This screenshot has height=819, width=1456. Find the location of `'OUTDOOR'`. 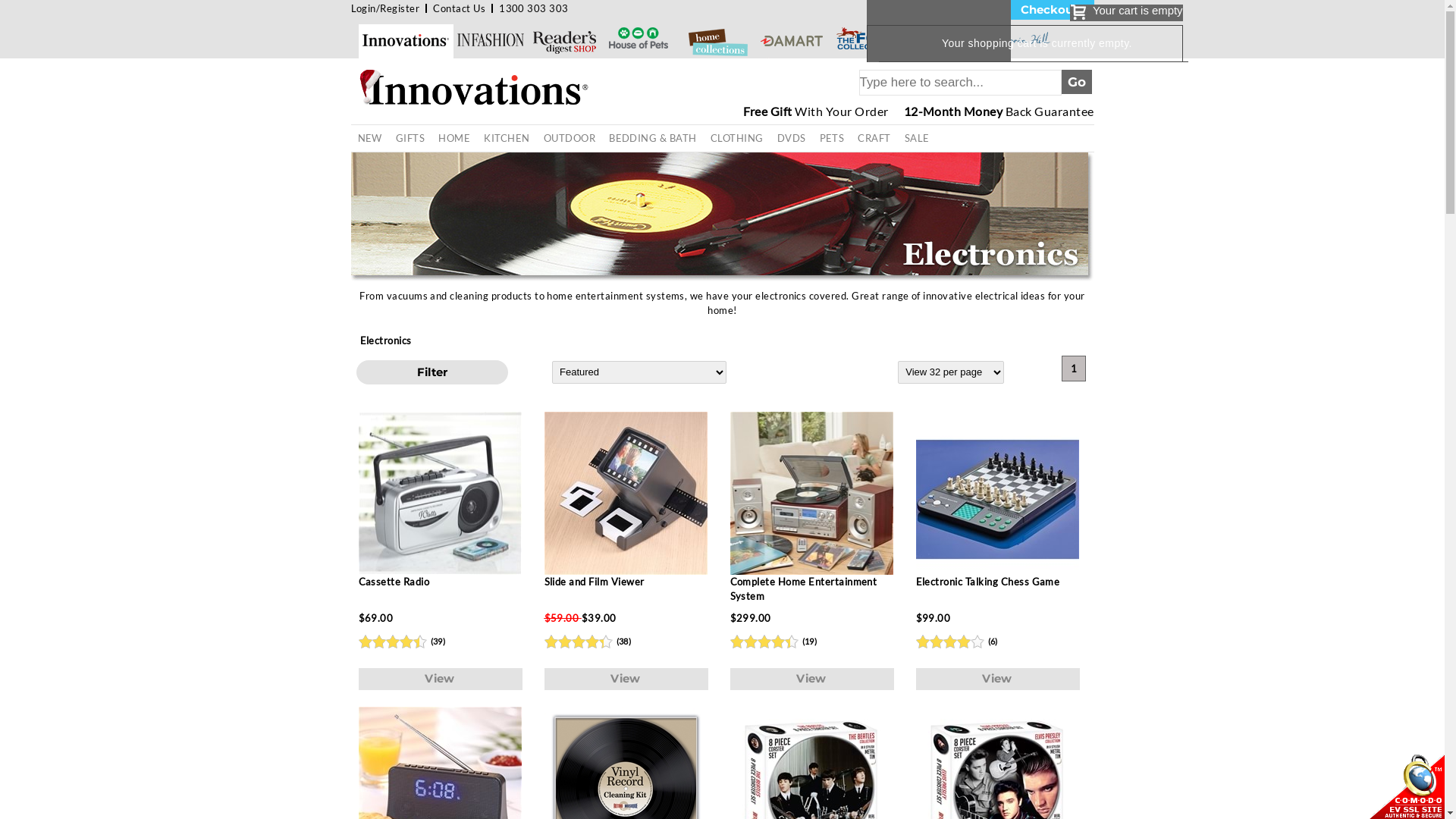

'OUTDOOR' is located at coordinates (537, 138).